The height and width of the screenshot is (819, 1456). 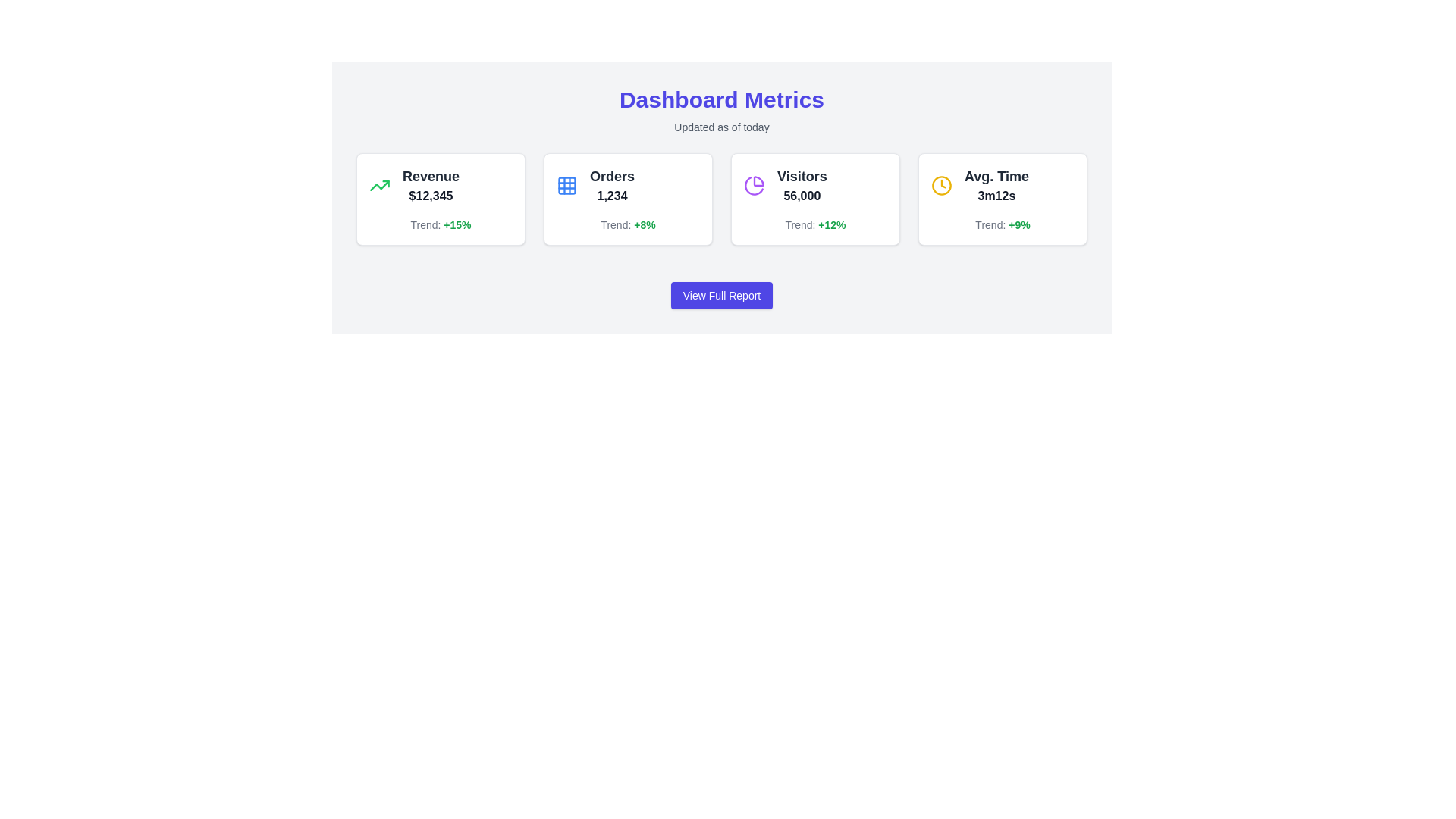 What do you see at coordinates (645, 225) in the screenshot?
I see `the text indicating an 8% increase in the 'Orders' metric, which is located in the 'Orders' card component below the numerical count 1,234, prefixed by the label 'Trend:'` at bounding box center [645, 225].